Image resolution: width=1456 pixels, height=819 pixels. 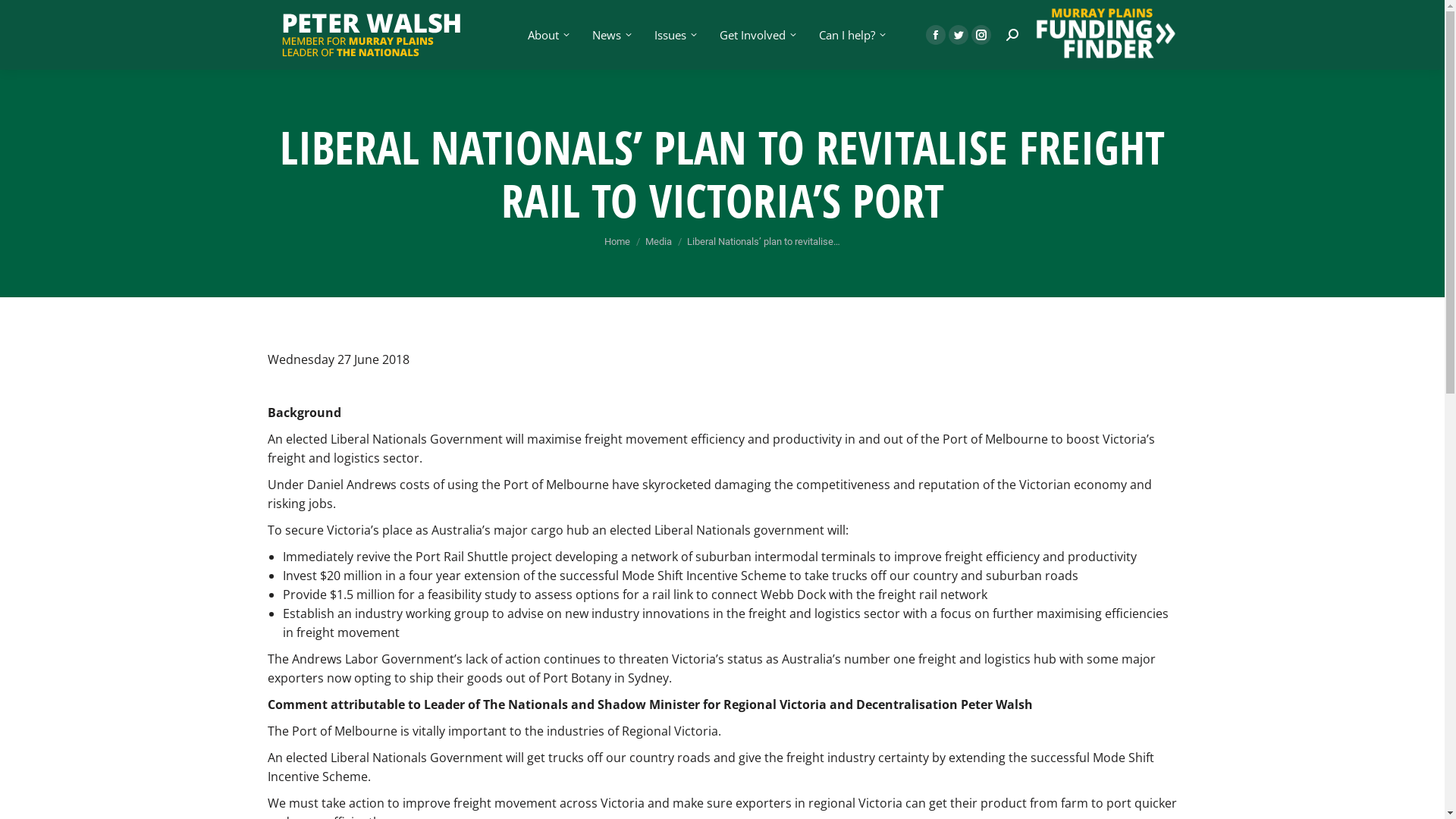 I want to click on 'Home', so click(x=617, y=240).